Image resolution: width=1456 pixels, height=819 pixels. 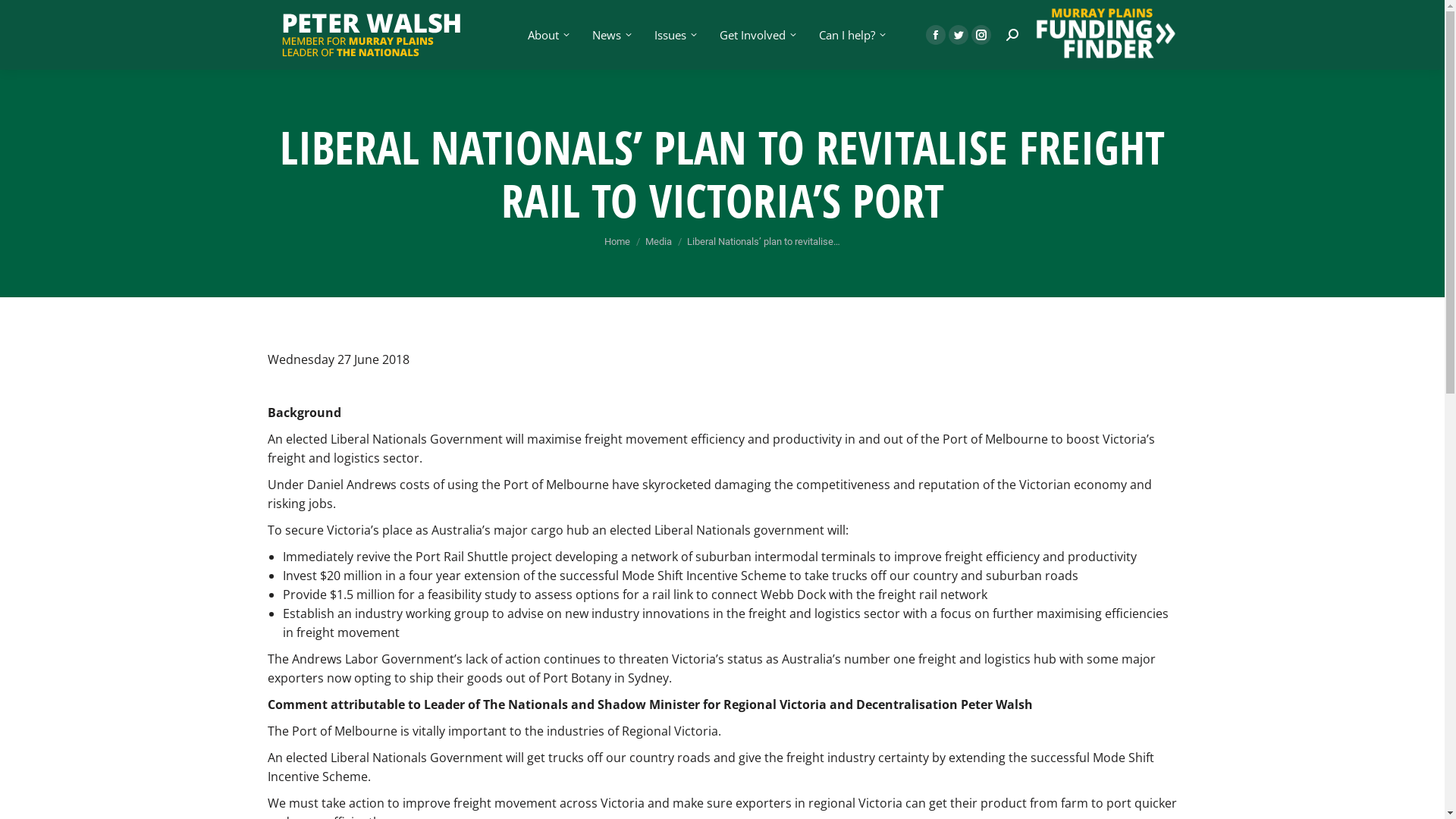 I want to click on 'Home', so click(x=617, y=240).